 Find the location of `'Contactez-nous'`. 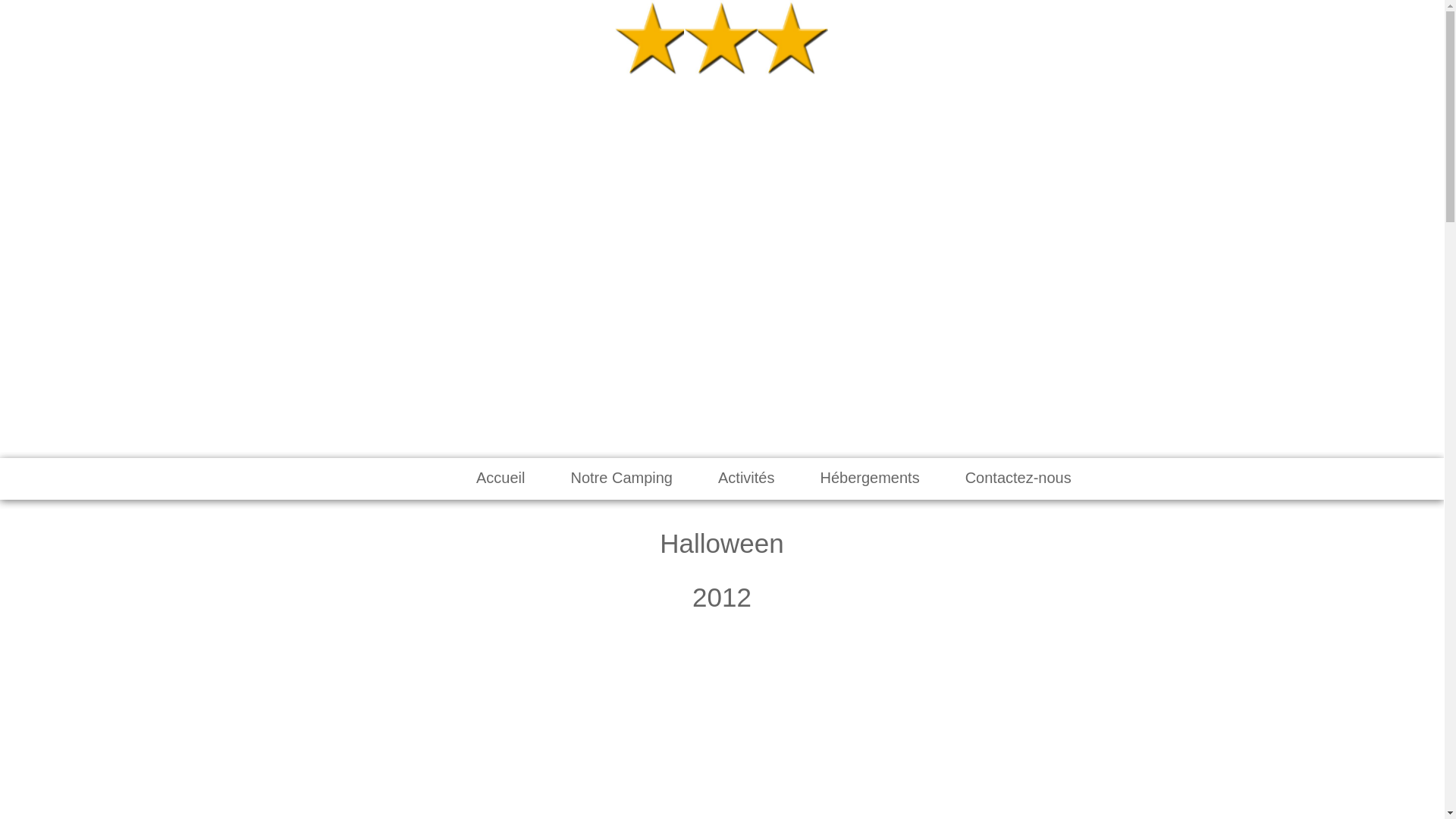

'Contactez-nous' is located at coordinates (1018, 478).